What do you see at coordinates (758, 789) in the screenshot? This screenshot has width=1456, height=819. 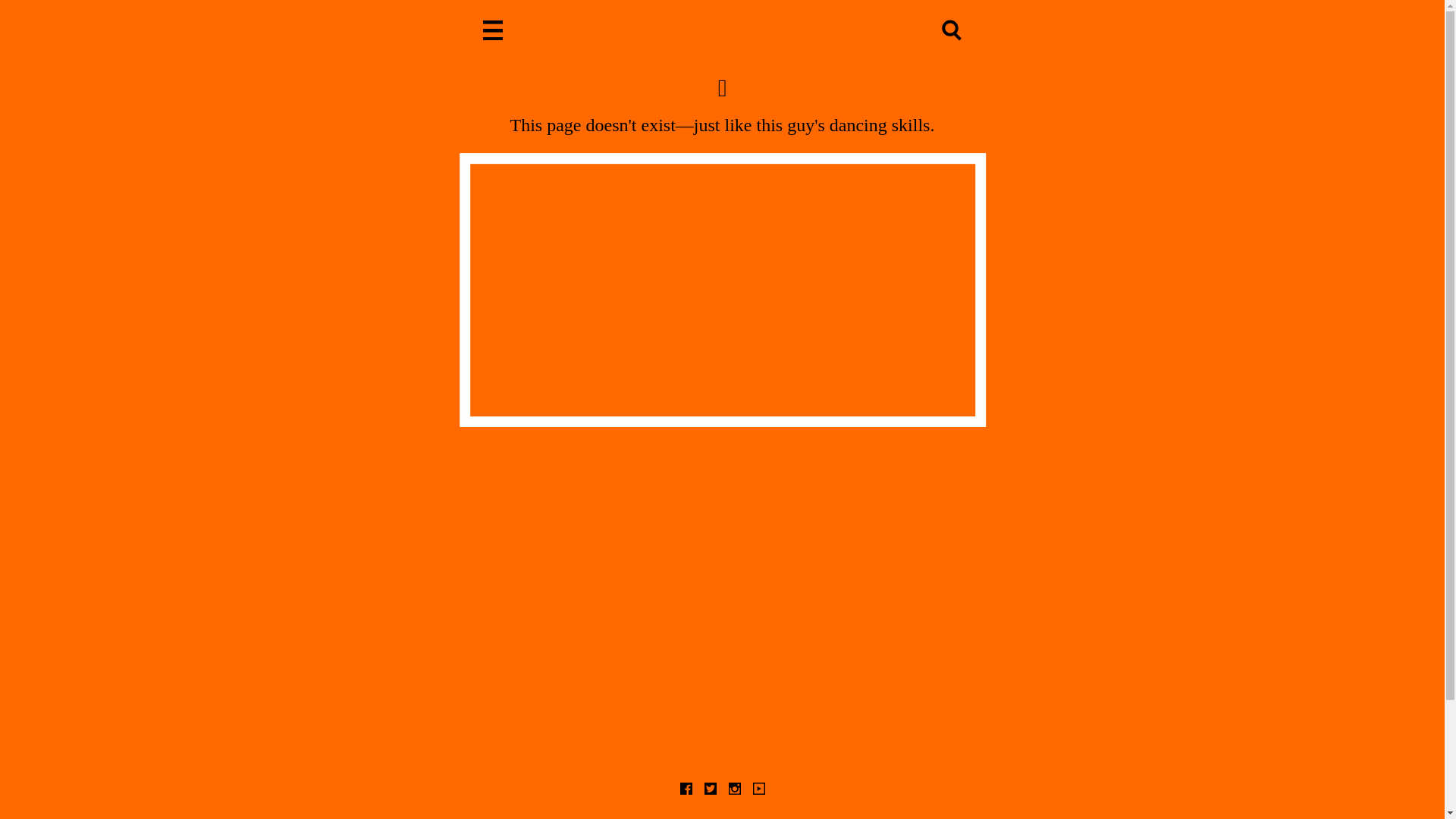 I see `'social-logos-youtube1'` at bounding box center [758, 789].